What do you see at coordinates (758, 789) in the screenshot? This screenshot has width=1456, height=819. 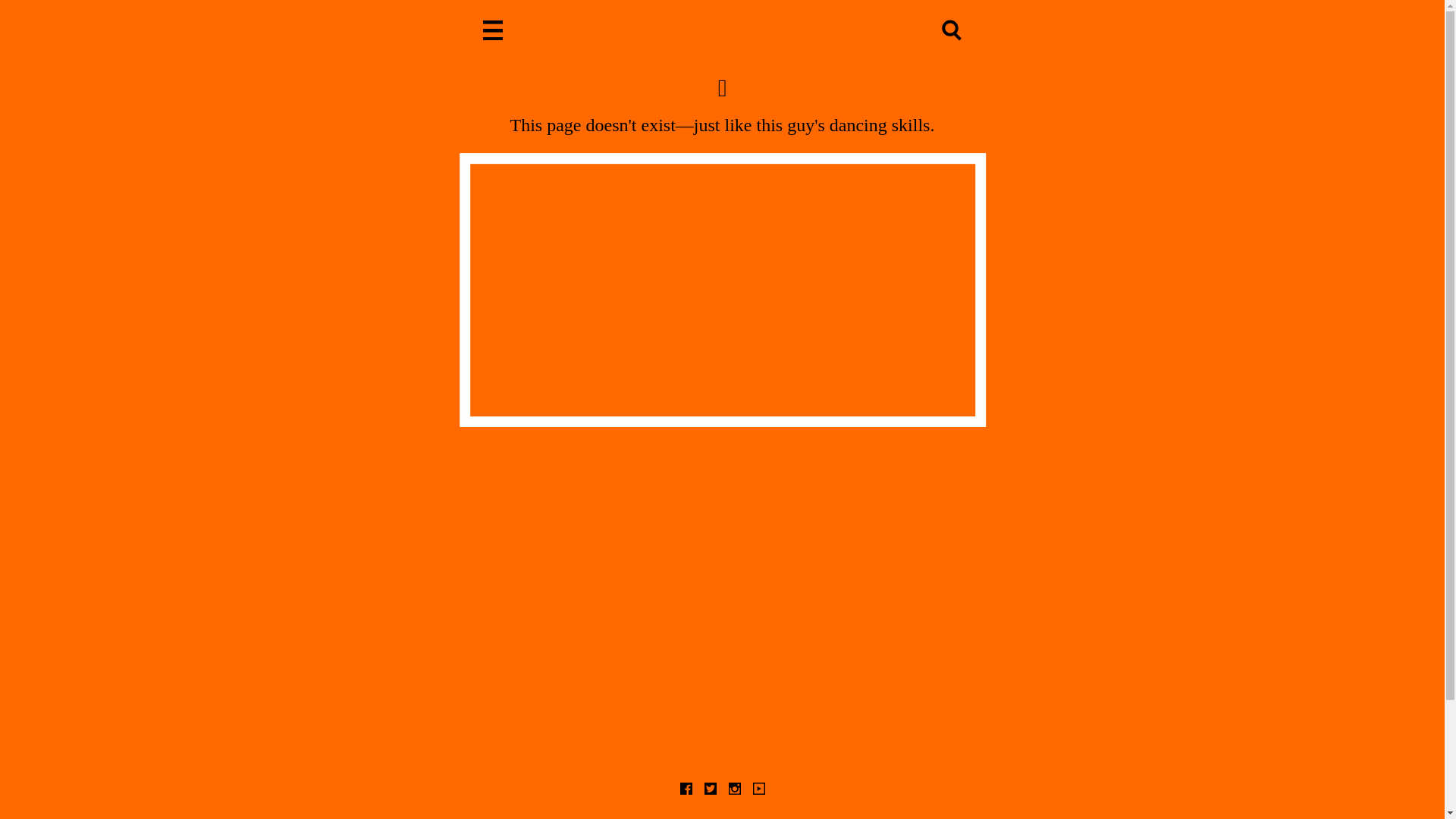 I see `'social-logos-youtube1'` at bounding box center [758, 789].